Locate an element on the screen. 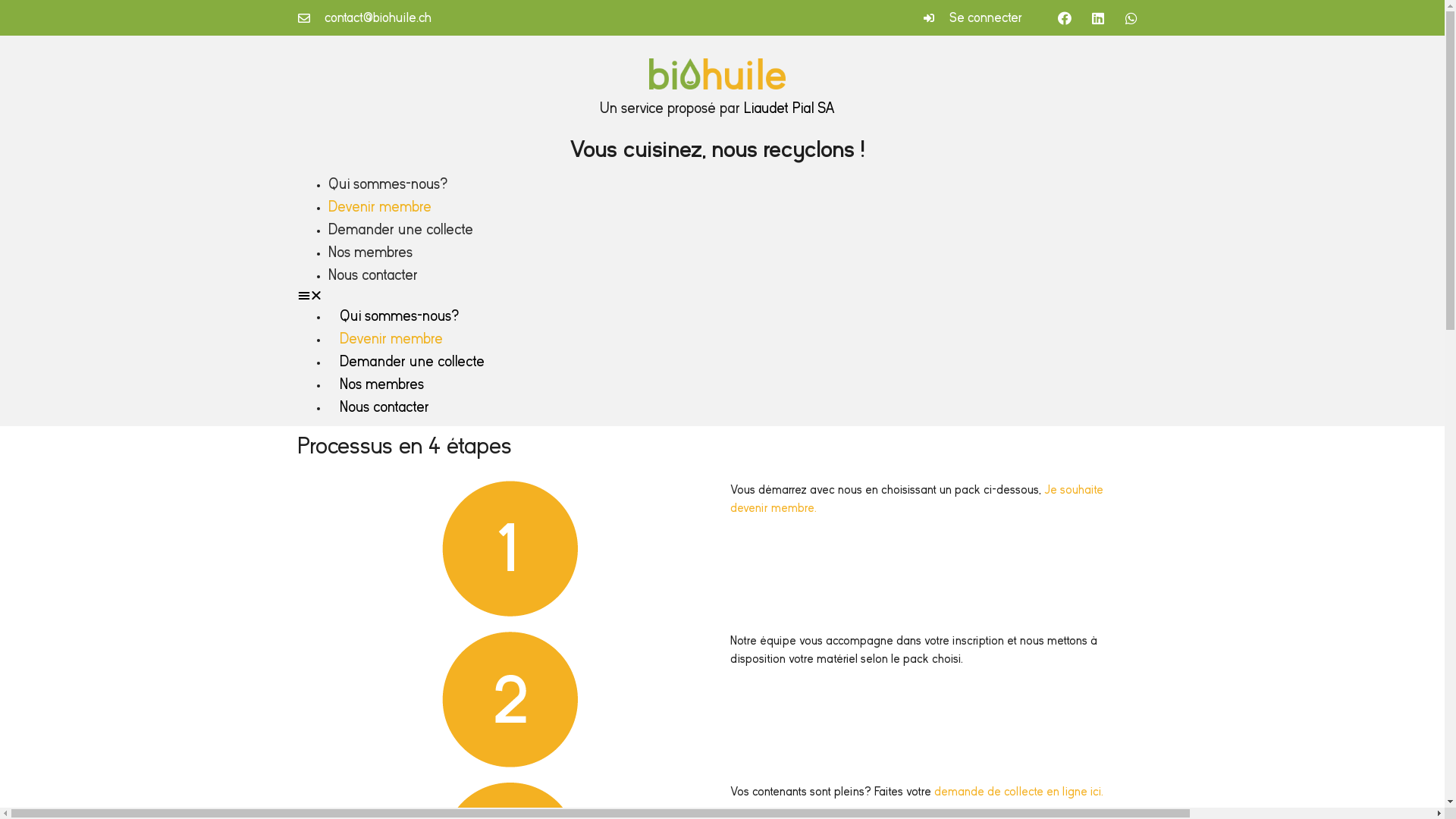 This screenshot has width=1456, height=819. 'Devenir membre' is located at coordinates (378, 206).